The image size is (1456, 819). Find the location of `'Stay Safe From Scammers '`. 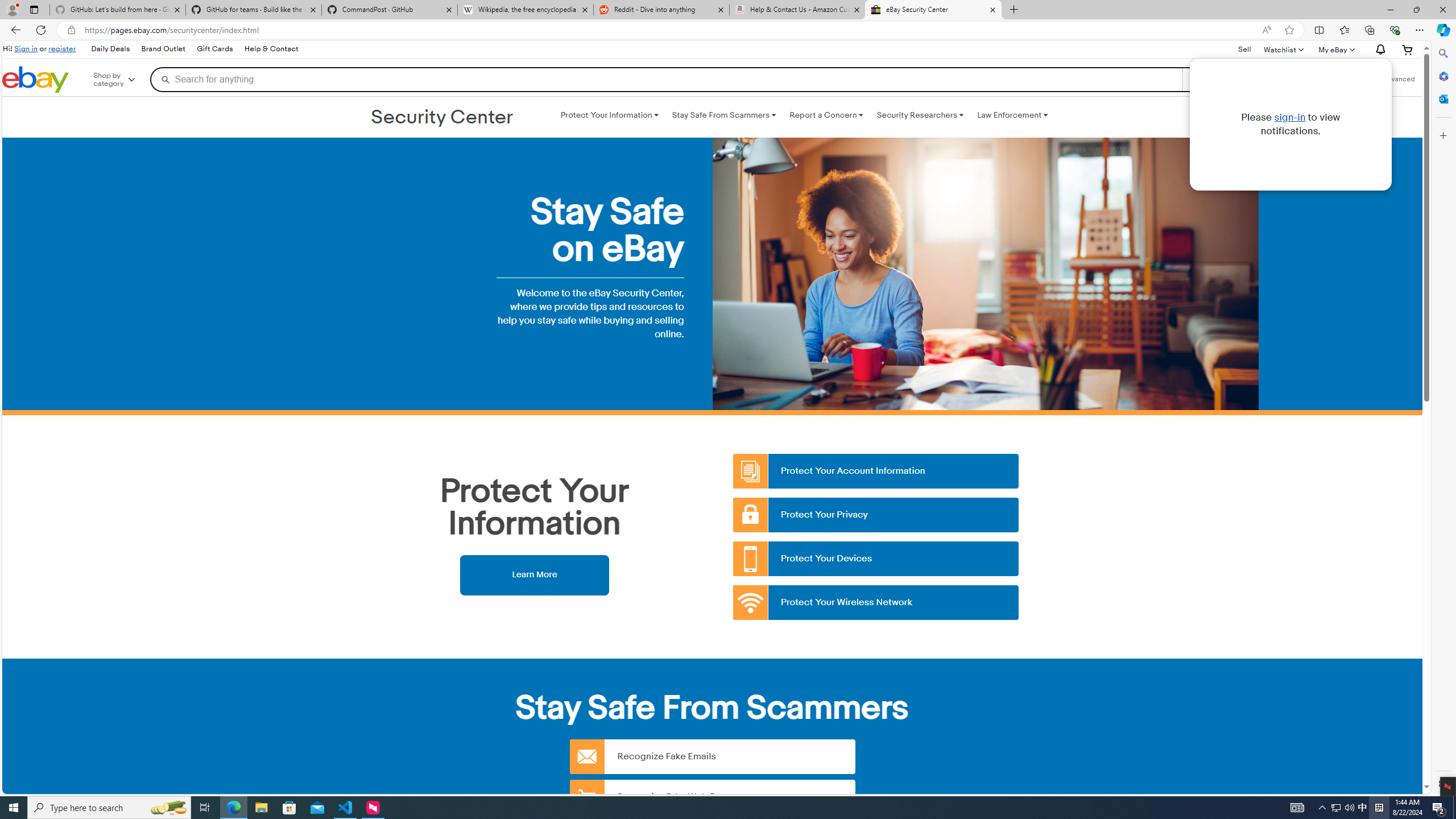

'Stay Safe From Scammers ' is located at coordinates (723, 115).